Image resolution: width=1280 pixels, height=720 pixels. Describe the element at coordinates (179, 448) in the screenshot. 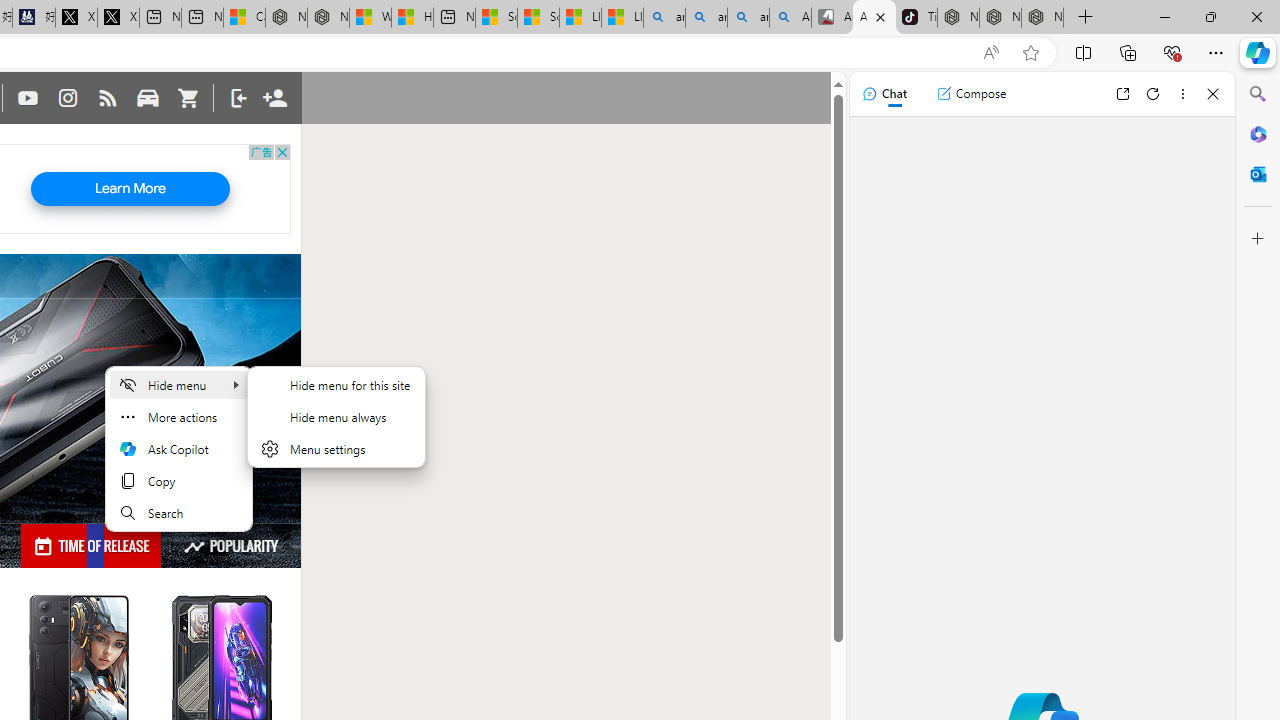

I see `'Mini menu on text selection'` at that location.